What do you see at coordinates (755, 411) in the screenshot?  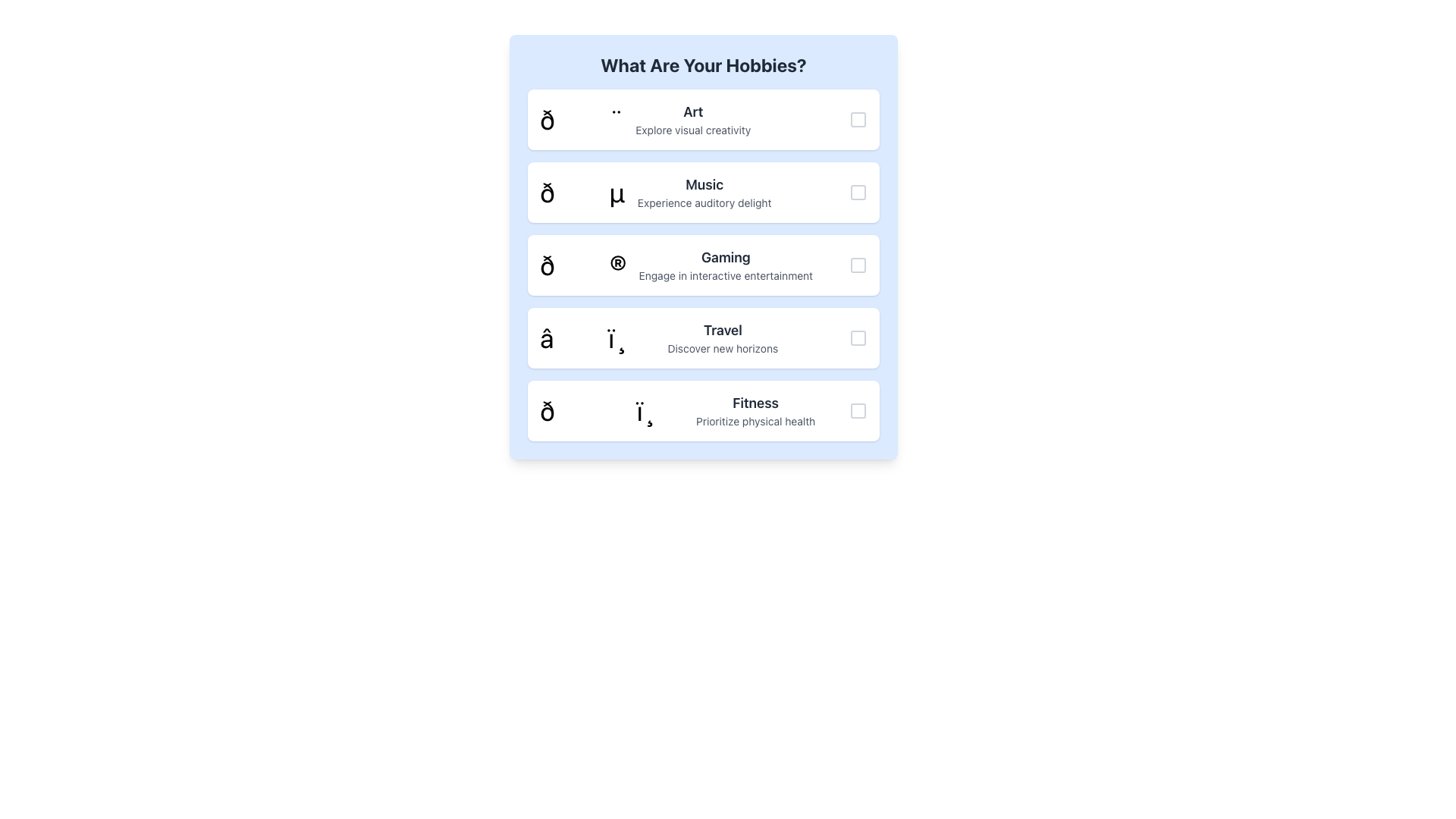 I see `the Text block element that contains the bold 'Fitness' and the smaller 'Prioritize physical health' text` at bounding box center [755, 411].